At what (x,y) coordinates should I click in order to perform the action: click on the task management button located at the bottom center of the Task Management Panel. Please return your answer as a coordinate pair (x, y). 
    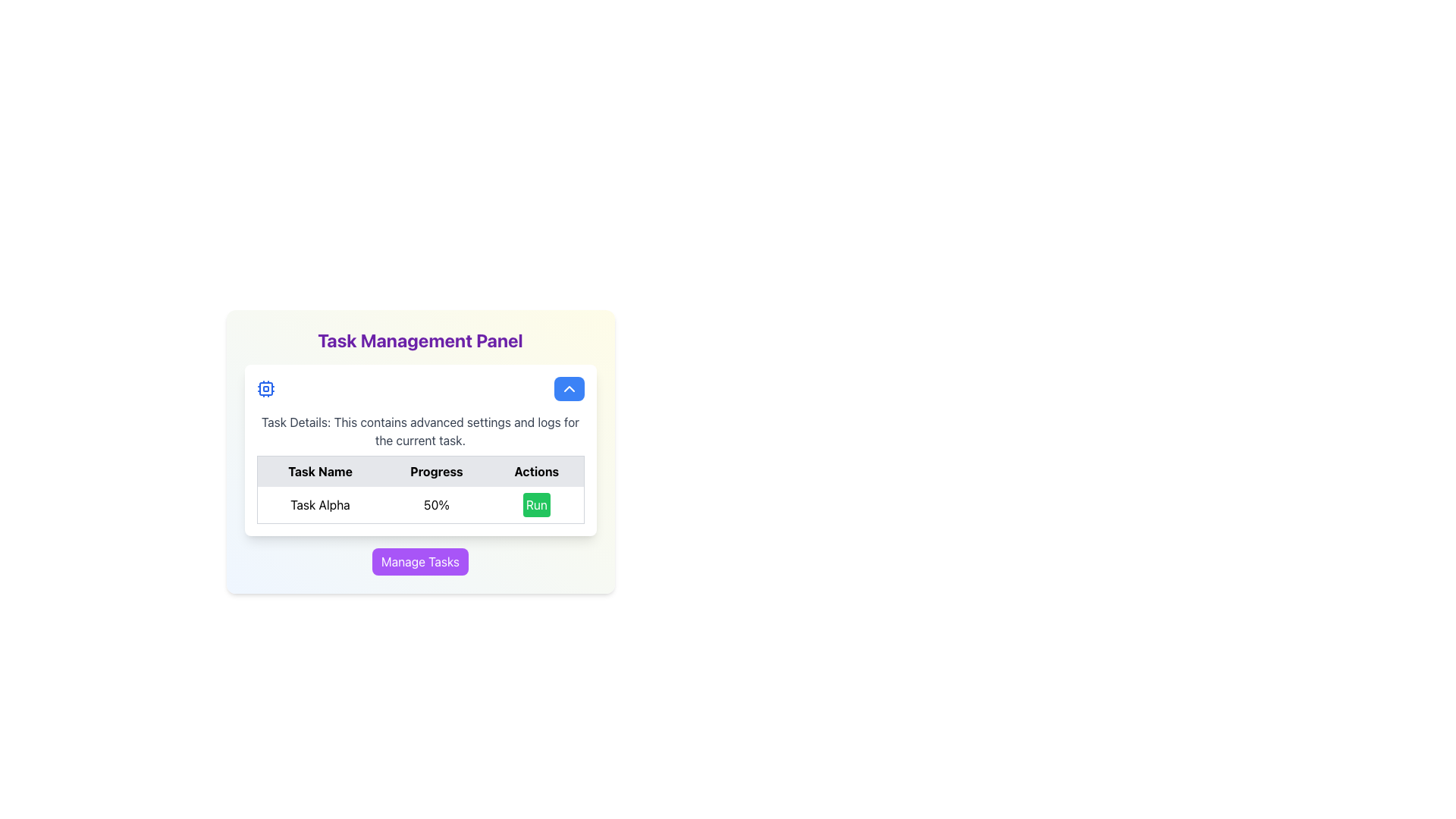
    Looking at the image, I should click on (420, 561).